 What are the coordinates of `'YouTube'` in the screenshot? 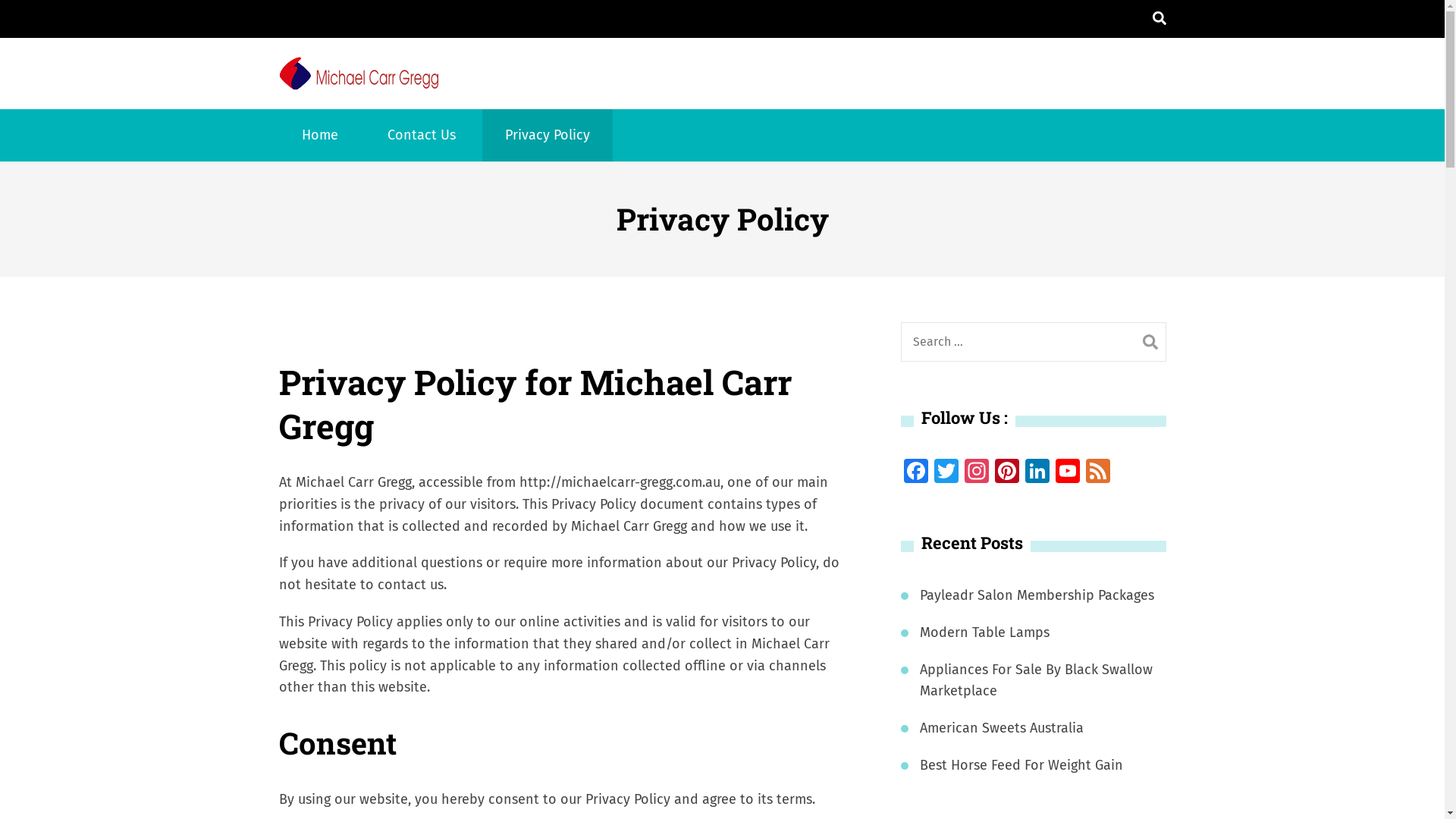 It's located at (1066, 472).